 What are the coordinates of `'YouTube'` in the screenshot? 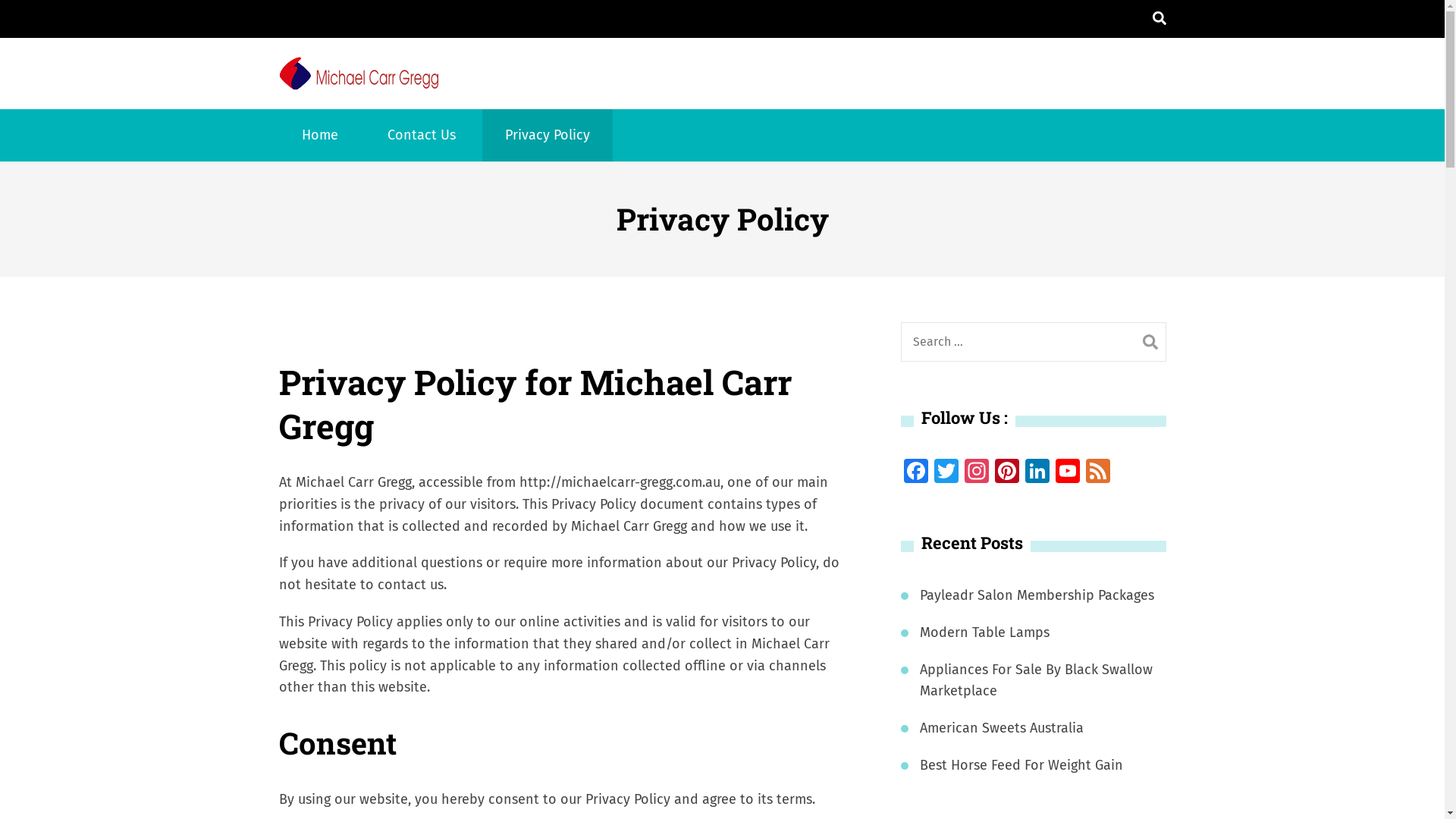 It's located at (1066, 472).